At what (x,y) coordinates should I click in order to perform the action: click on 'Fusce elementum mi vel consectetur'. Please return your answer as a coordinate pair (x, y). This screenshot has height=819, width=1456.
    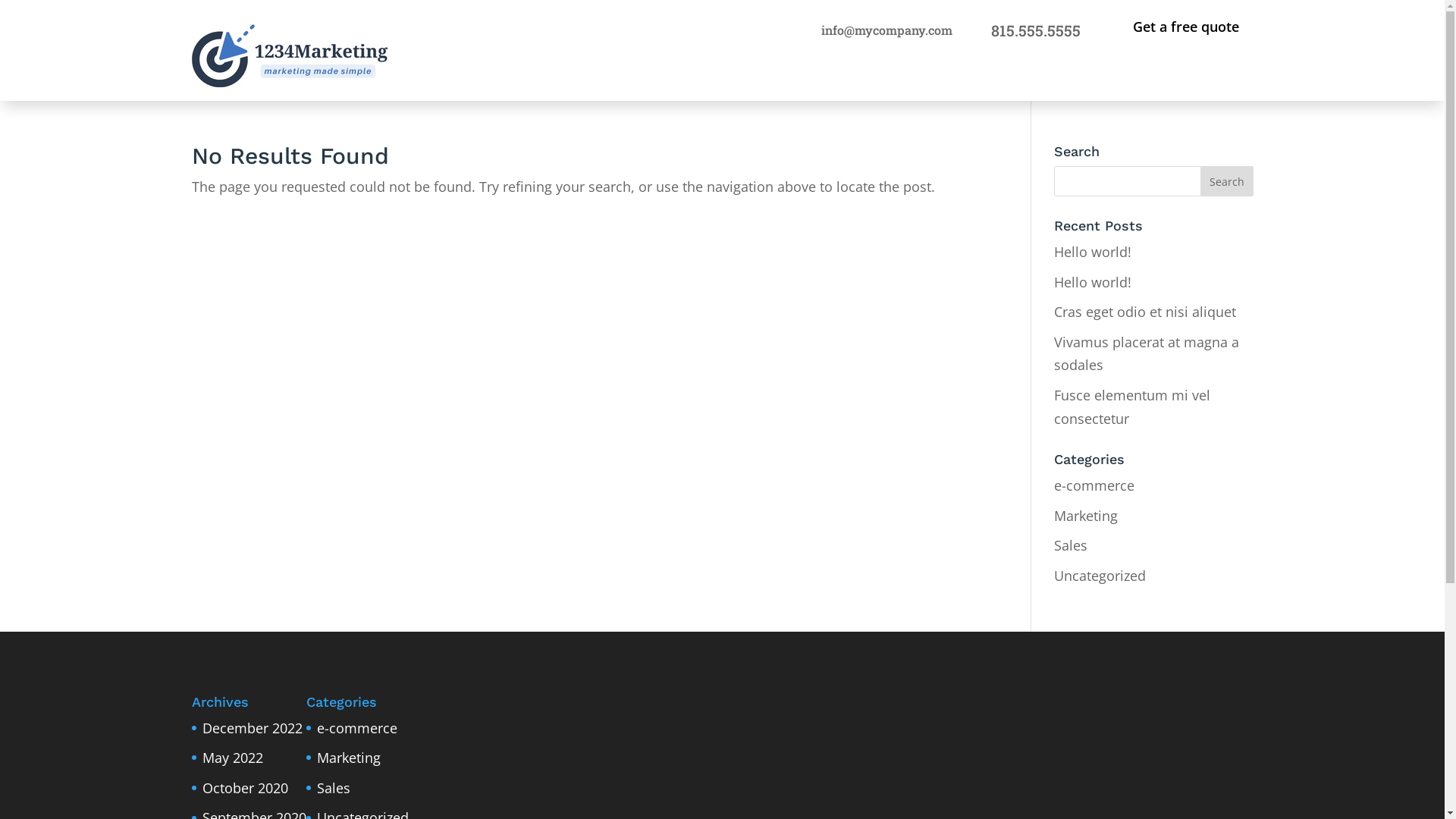
    Looking at the image, I should click on (1131, 406).